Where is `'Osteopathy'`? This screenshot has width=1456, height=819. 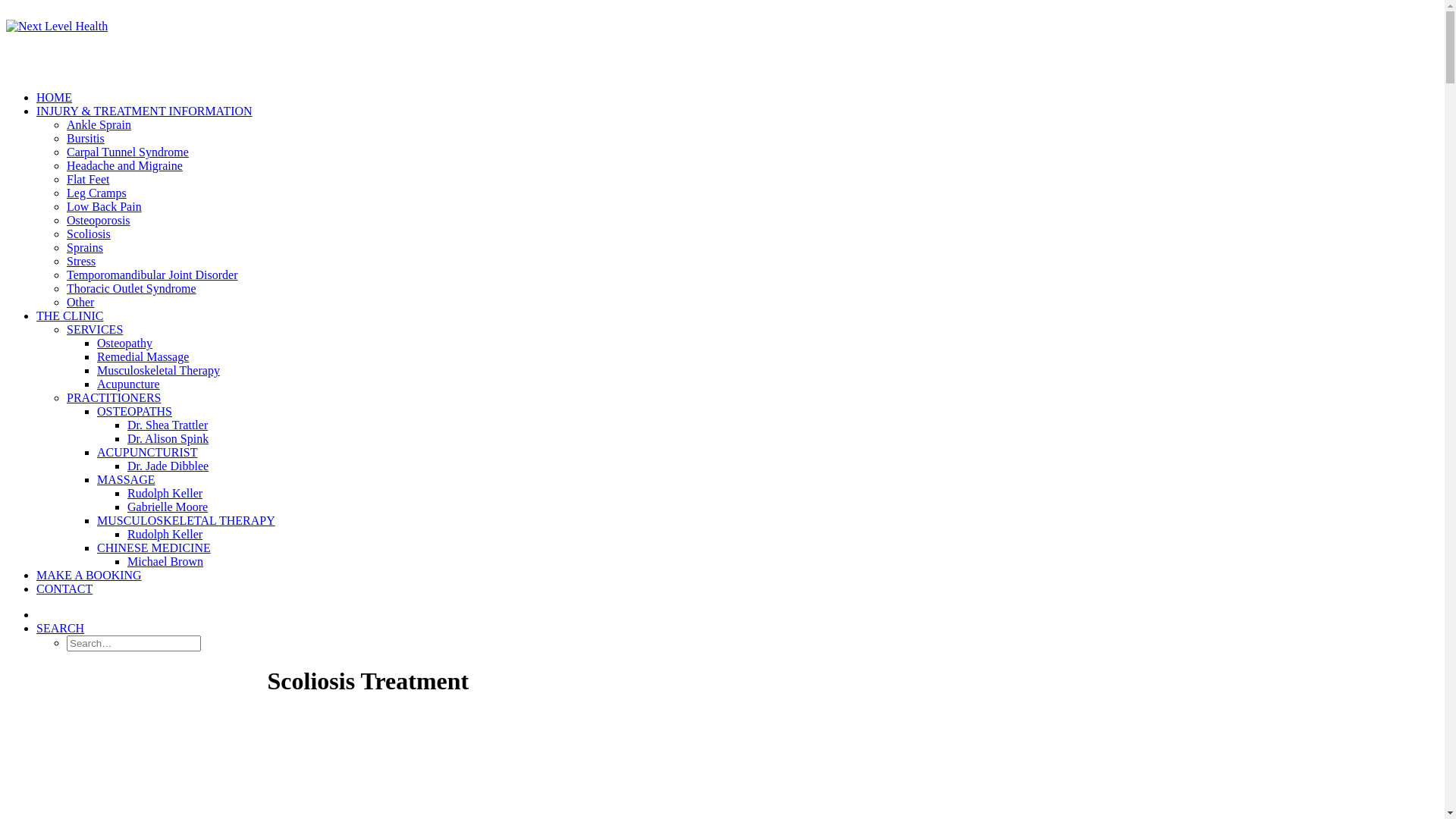
'Osteopathy' is located at coordinates (124, 343).